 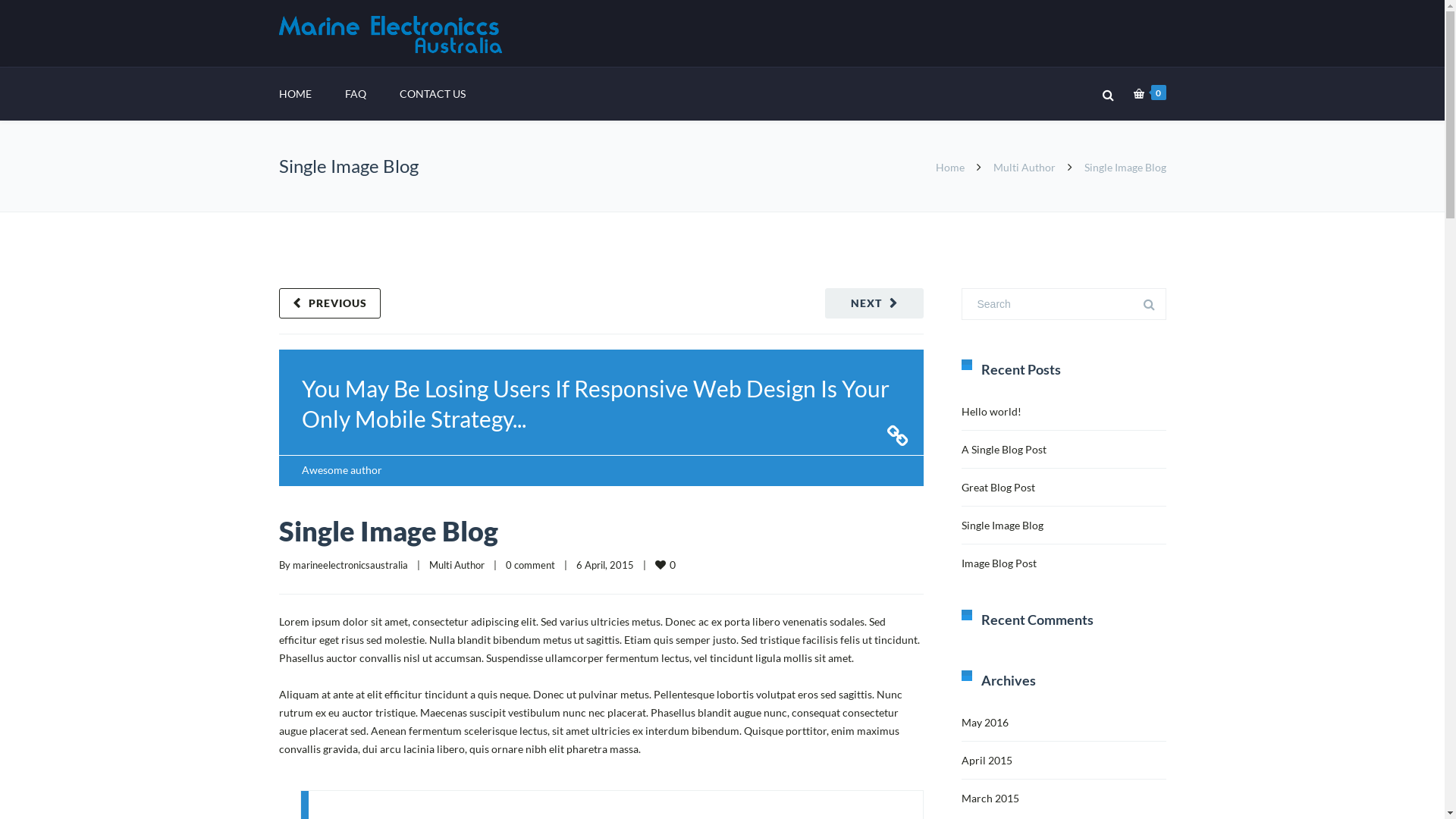 What do you see at coordinates (428, 564) in the screenshot?
I see `'Multi Author'` at bounding box center [428, 564].